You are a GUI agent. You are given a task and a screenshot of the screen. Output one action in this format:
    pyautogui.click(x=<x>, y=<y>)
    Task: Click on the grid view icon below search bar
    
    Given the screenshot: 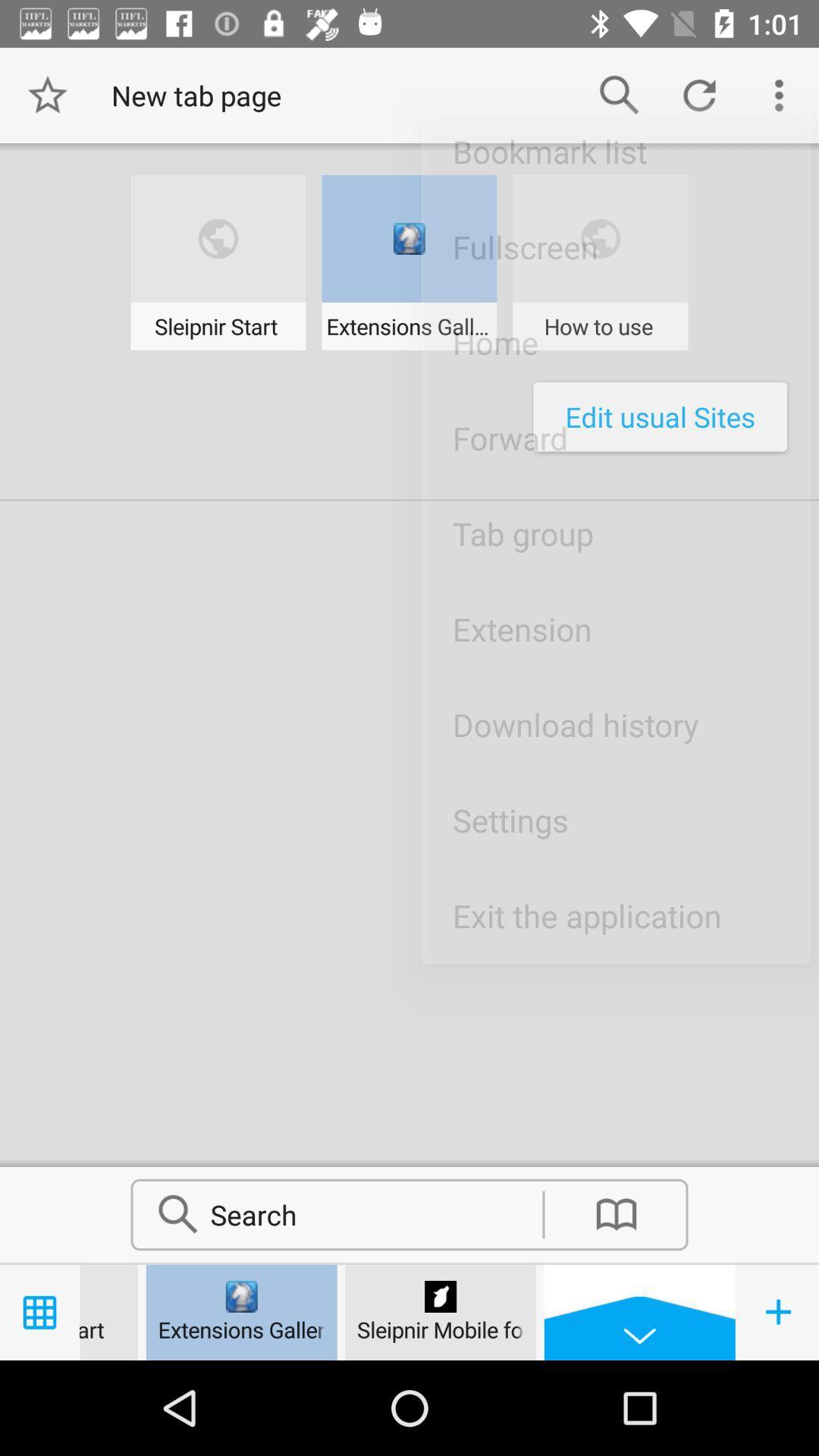 What is the action you would take?
    pyautogui.click(x=39, y=1312)
    